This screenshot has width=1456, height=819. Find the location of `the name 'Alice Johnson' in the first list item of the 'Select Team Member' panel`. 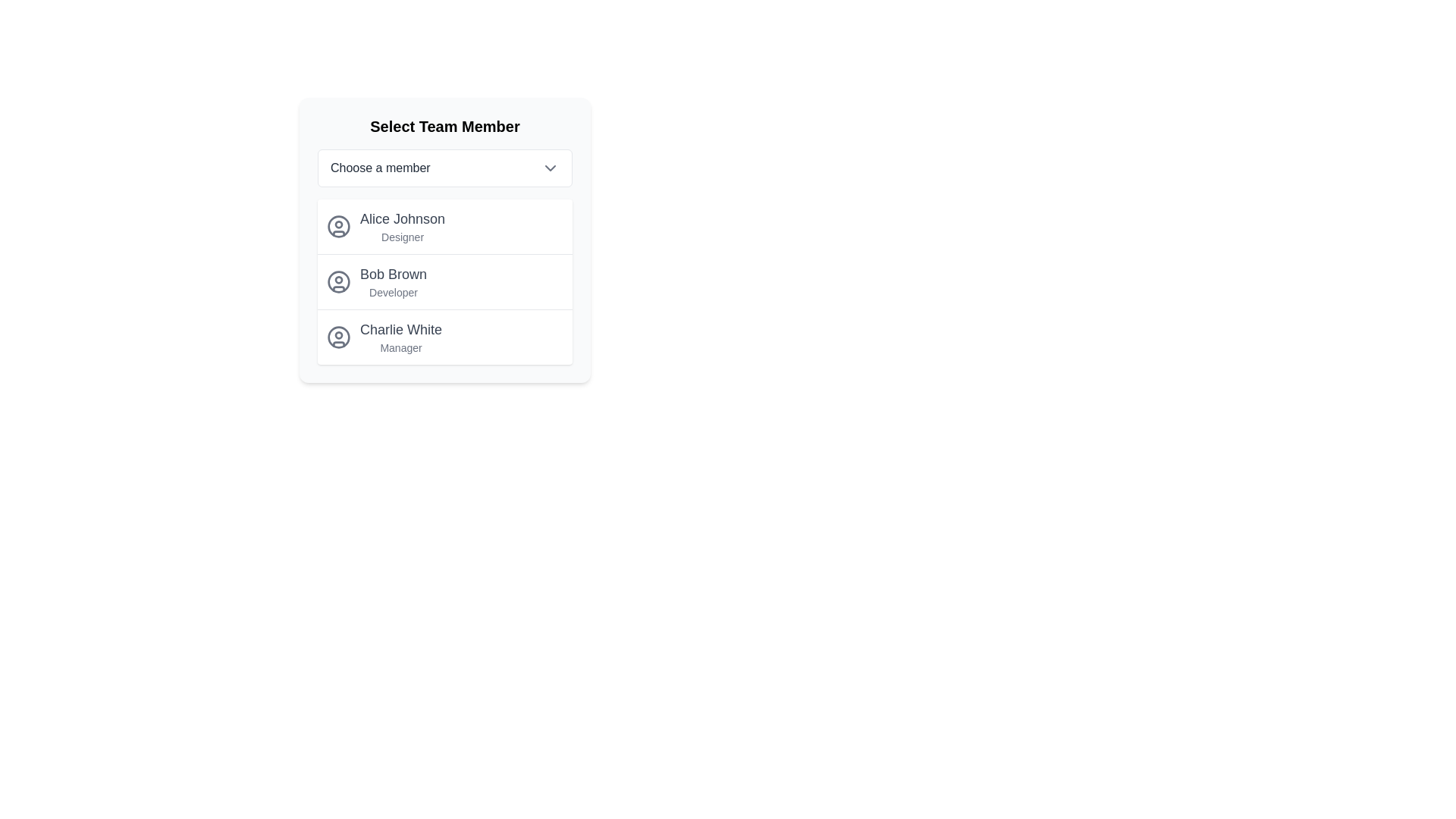

the name 'Alice Johnson' in the first list item of the 'Select Team Member' panel is located at coordinates (444, 227).